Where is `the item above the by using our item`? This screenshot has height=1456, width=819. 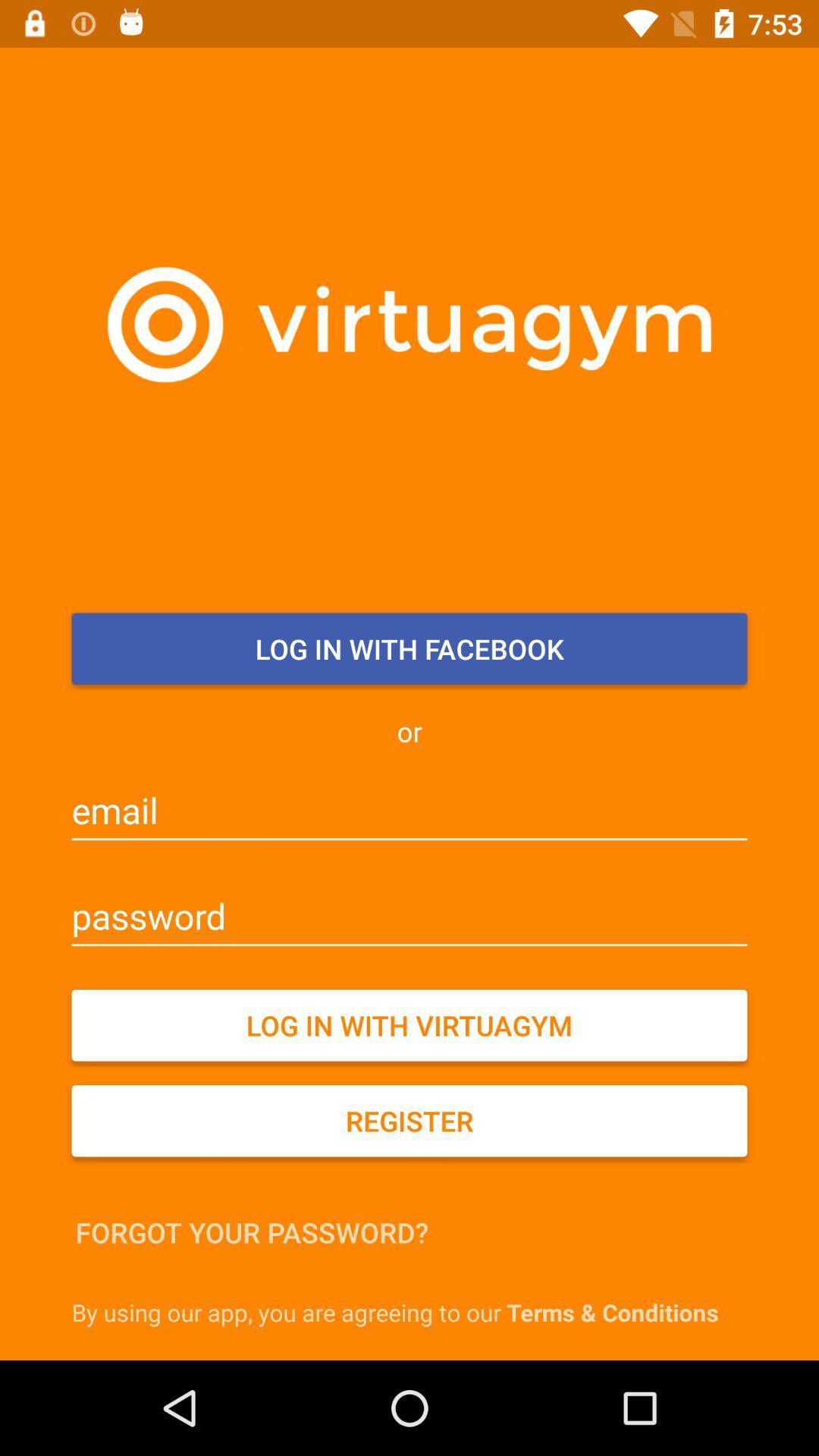
the item above the by using our item is located at coordinates (251, 1232).